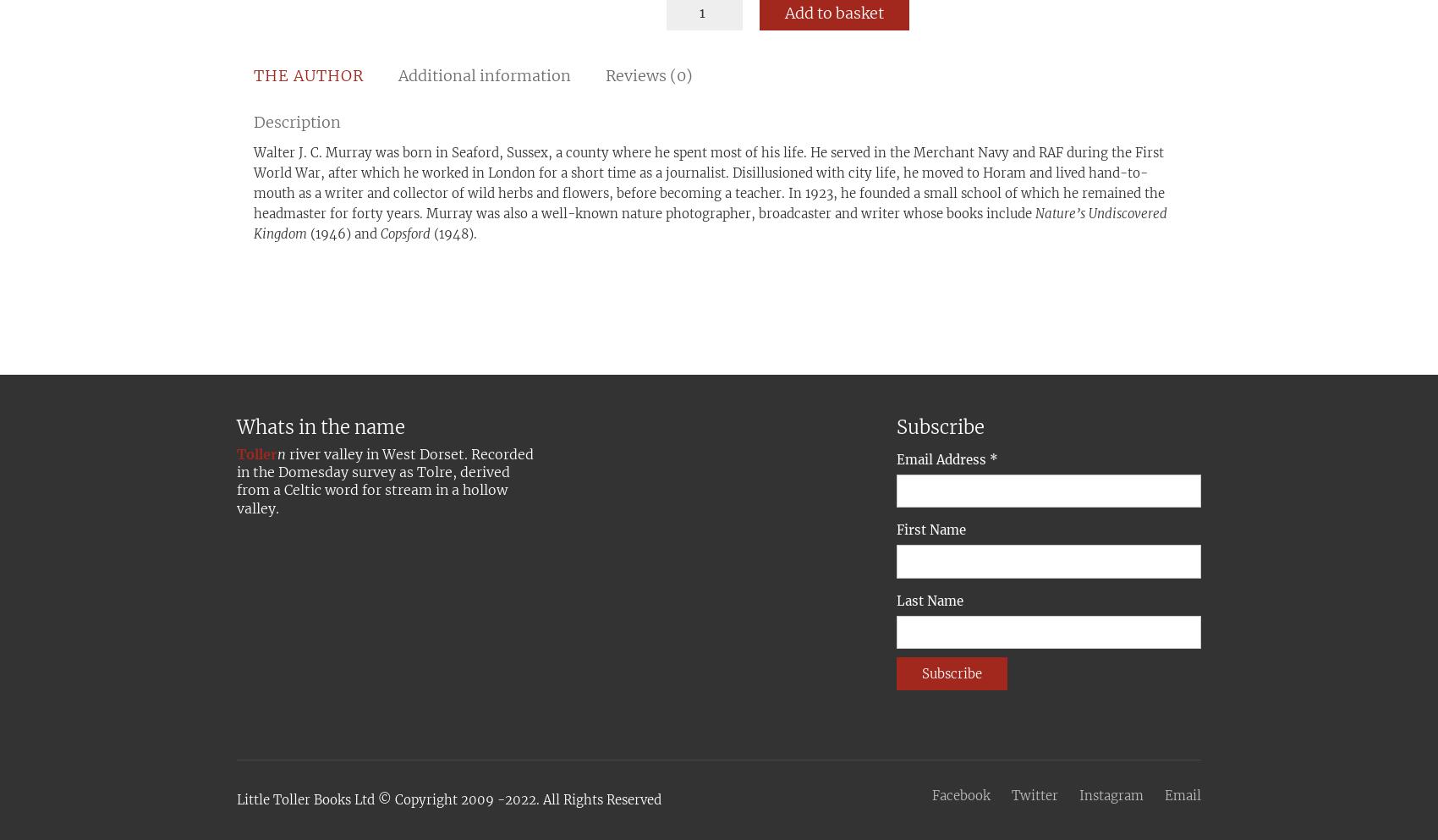 This screenshot has width=1438, height=840. I want to click on 'river valley in West Dorset. Recorded in the Domesday survey as Tolre, derived from a Celtic word for stream in a hollow valley.', so click(236, 479).